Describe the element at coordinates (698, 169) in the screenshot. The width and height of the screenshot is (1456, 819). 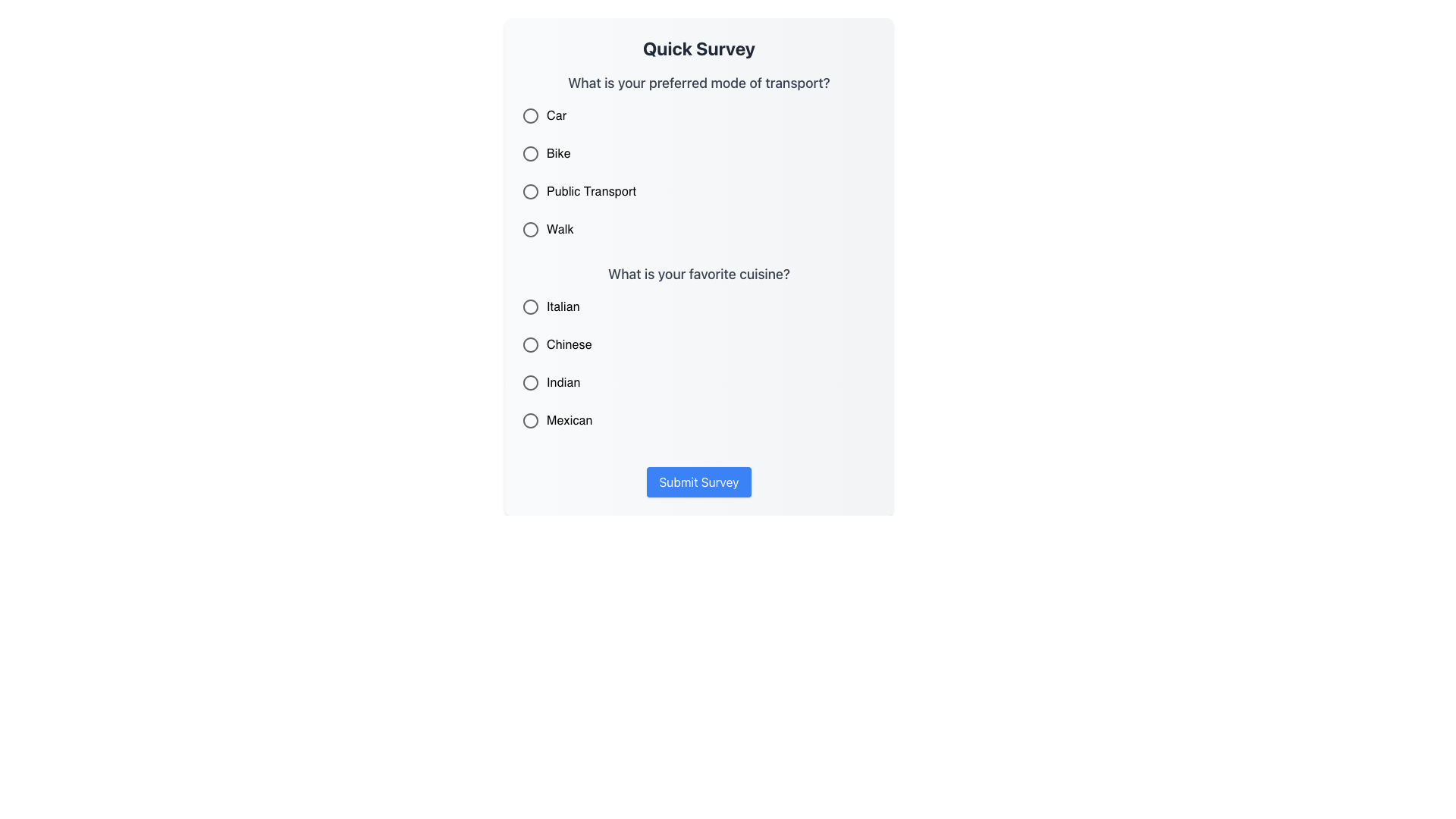
I see `the radio button in the transport selection group` at that location.